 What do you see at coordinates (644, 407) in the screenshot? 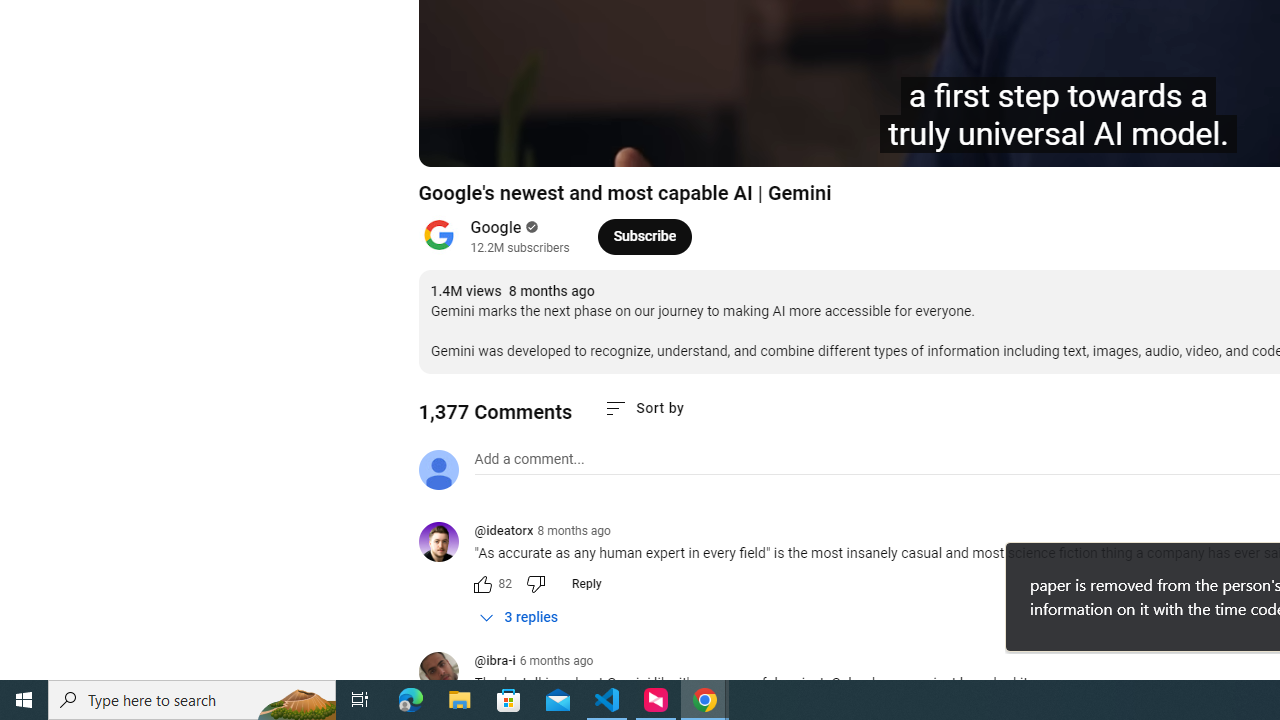
I see `'Sort comments'` at bounding box center [644, 407].